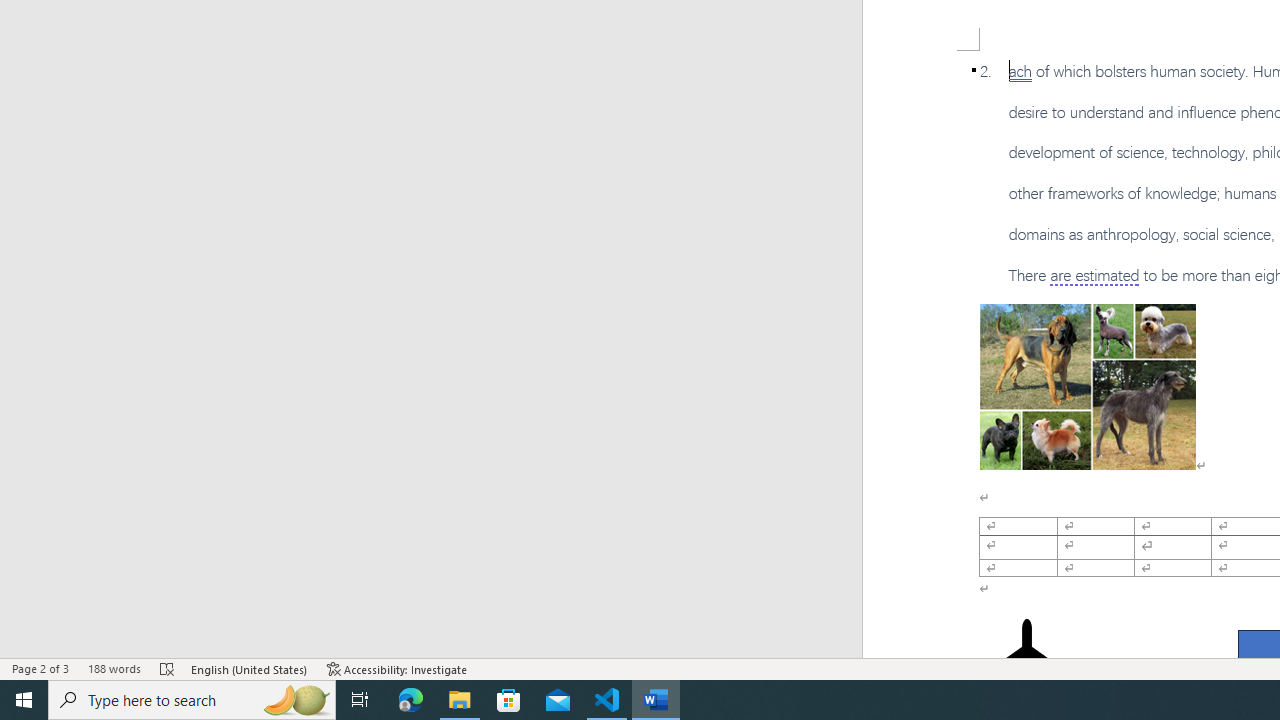  Describe the element at coordinates (40, 669) in the screenshot. I see `'Page Number Page 2 of 3'` at that location.